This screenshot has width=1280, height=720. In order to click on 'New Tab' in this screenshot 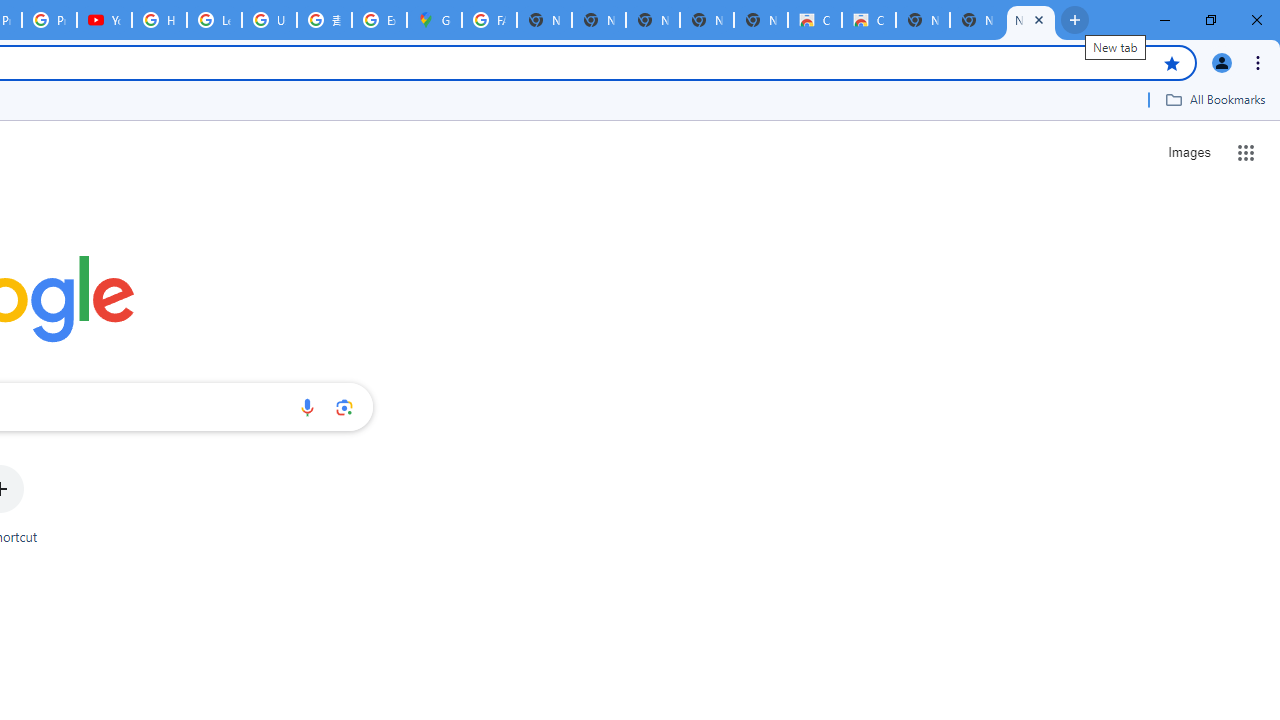, I will do `click(1031, 20)`.